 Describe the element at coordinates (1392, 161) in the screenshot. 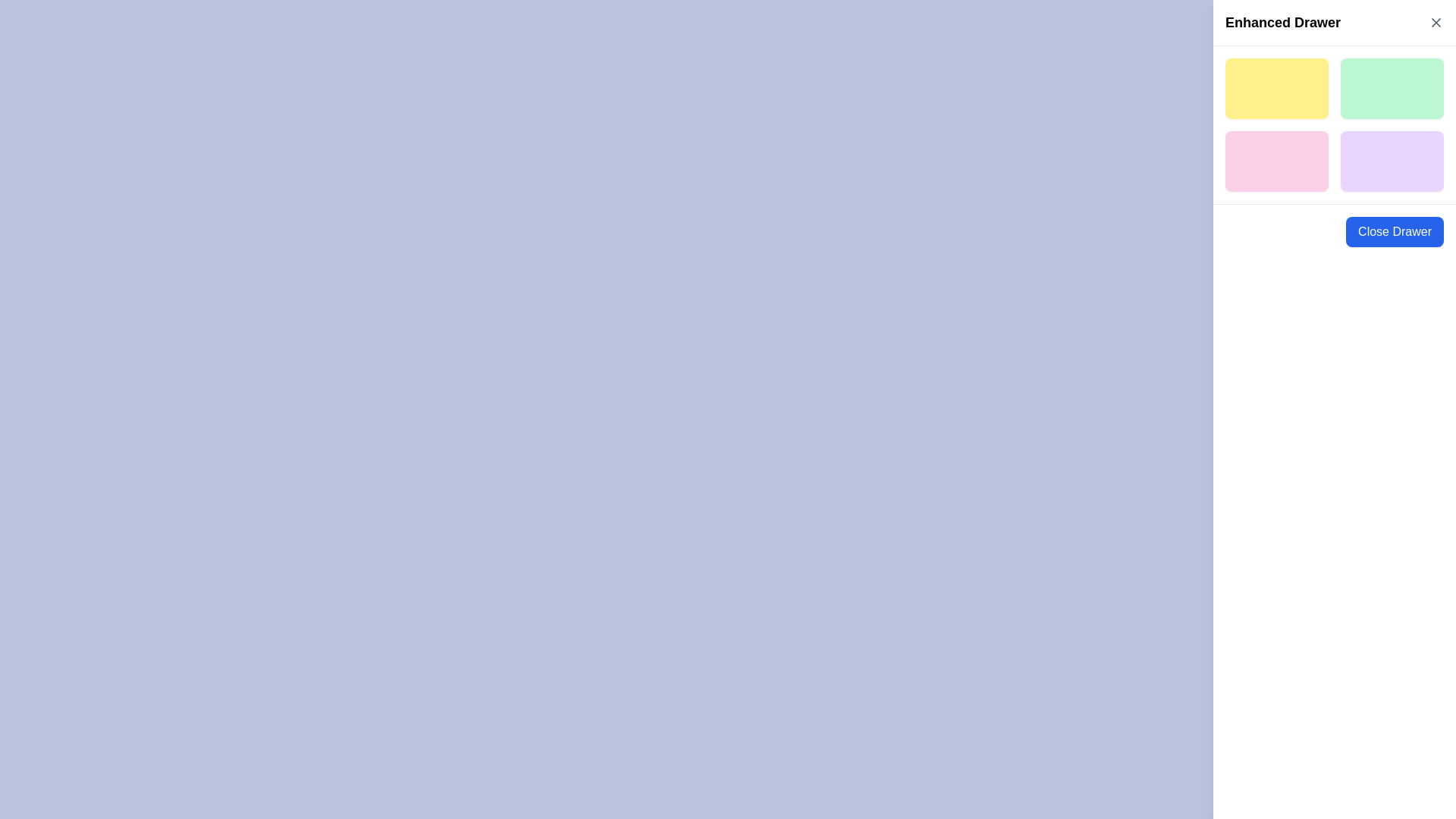

I see `the rectangular card with a light purple background located in the bottom-right corner of the grid within the 'Enhanced Drawer' panel` at that location.